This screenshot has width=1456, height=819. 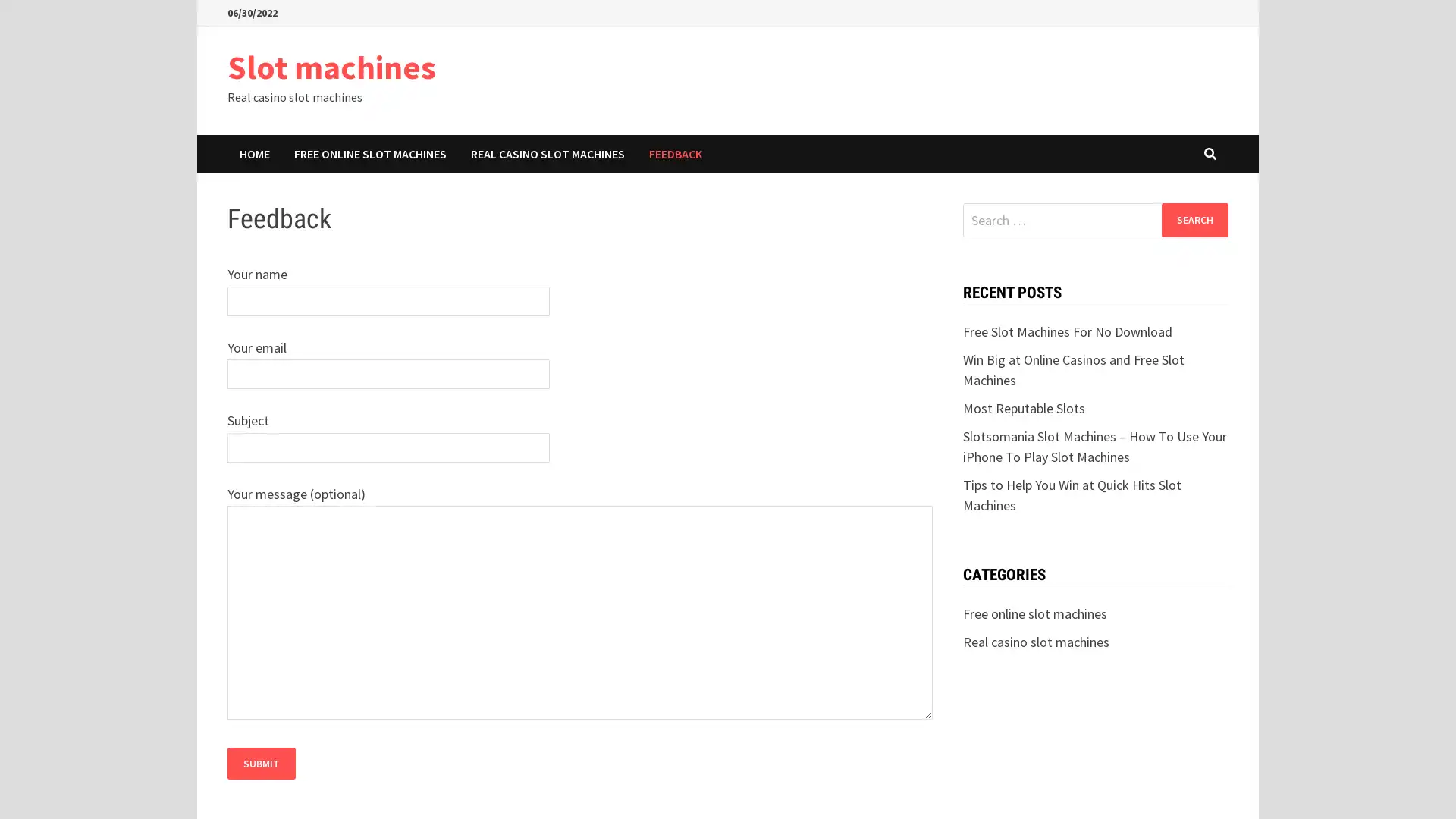 I want to click on Search, so click(x=1194, y=219).